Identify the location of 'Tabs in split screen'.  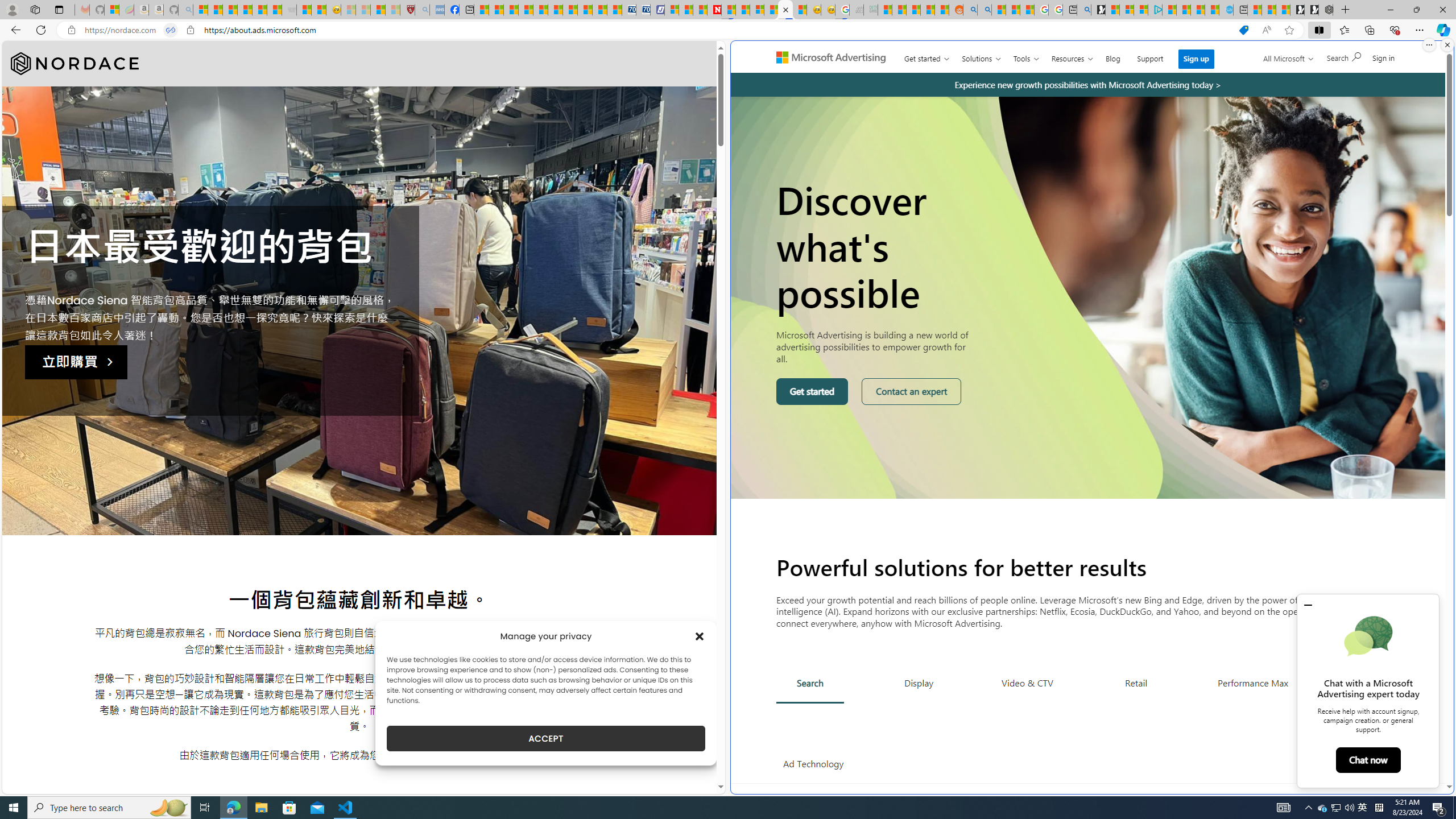
(169, 30).